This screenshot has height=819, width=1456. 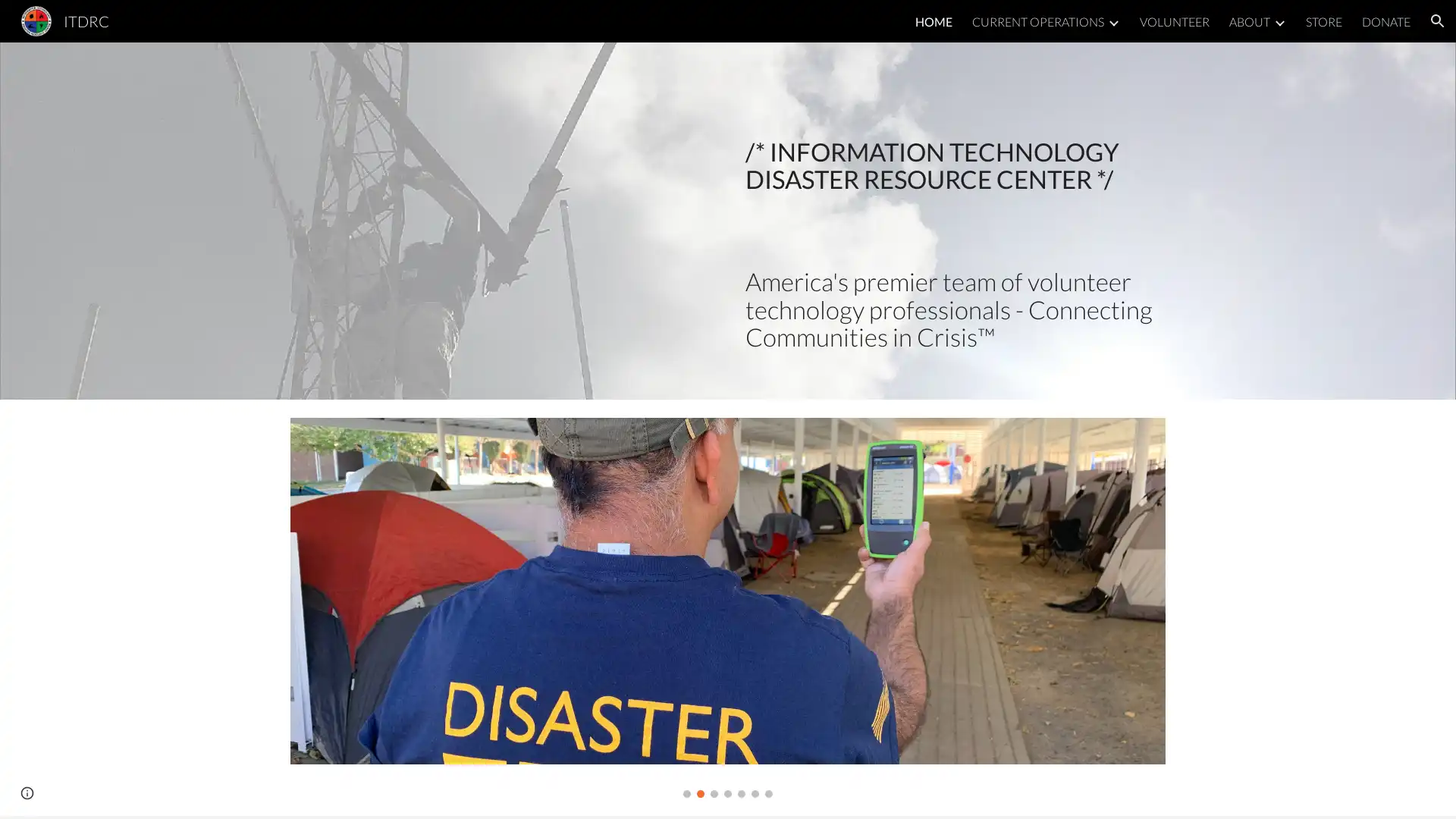 What do you see at coordinates (74, 792) in the screenshot?
I see `Report abuse` at bounding box center [74, 792].